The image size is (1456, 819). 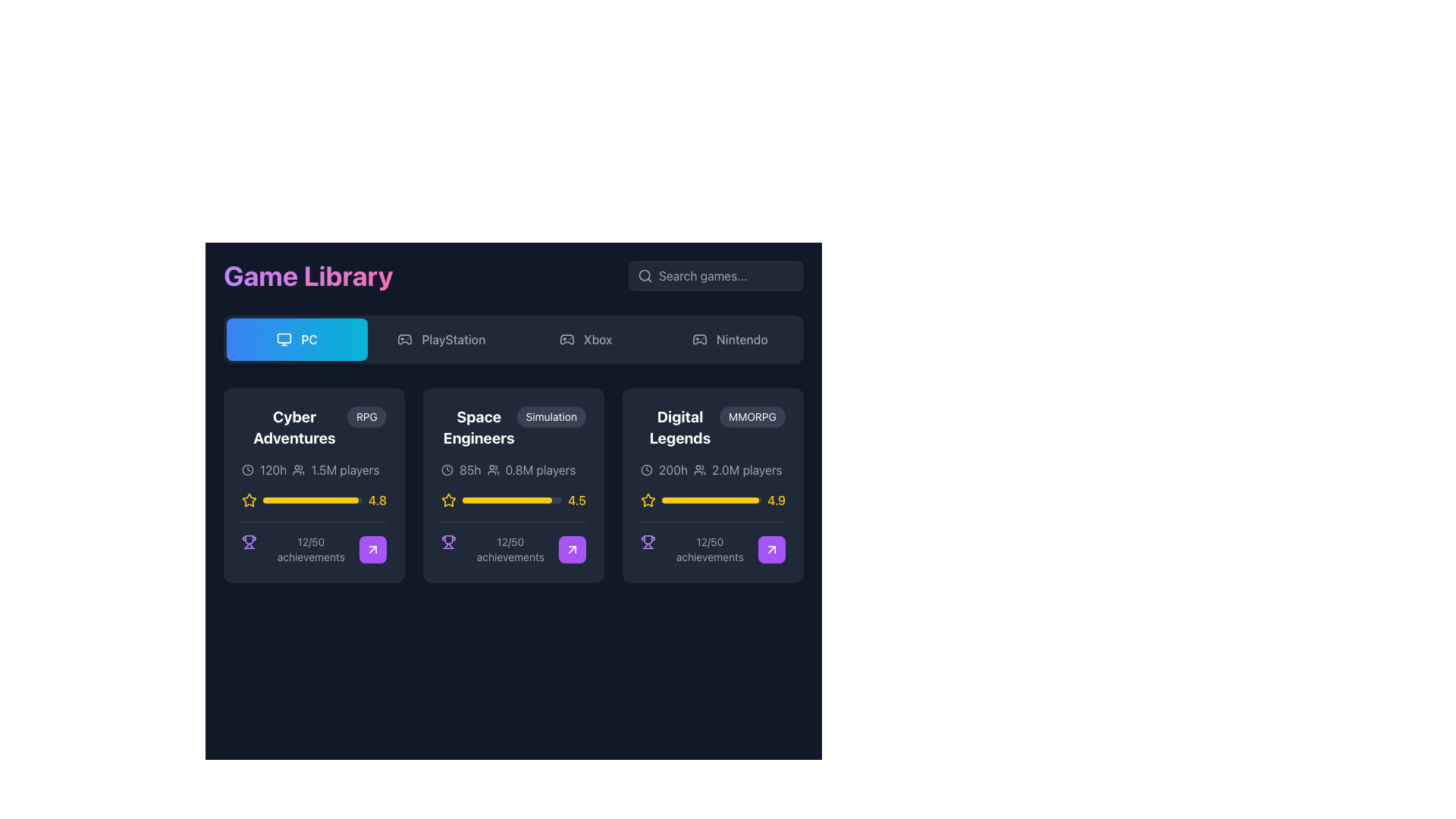 What do you see at coordinates (405, 338) in the screenshot?
I see `the game controller icon located in the top section of the interface, which is part of the navigation components` at bounding box center [405, 338].